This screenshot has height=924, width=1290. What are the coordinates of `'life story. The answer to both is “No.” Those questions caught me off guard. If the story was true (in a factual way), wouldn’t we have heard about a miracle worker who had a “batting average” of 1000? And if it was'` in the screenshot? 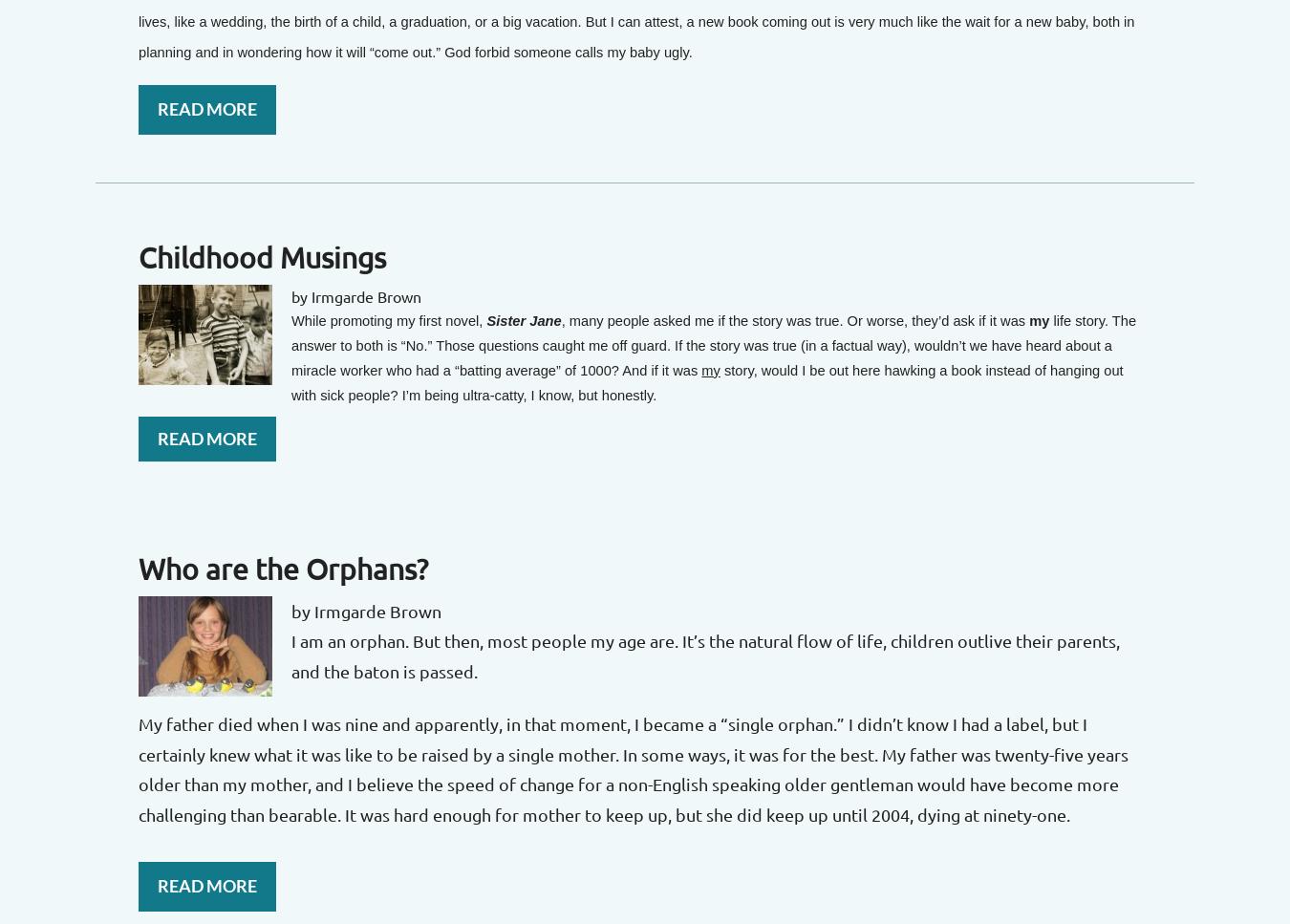 It's located at (712, 343).